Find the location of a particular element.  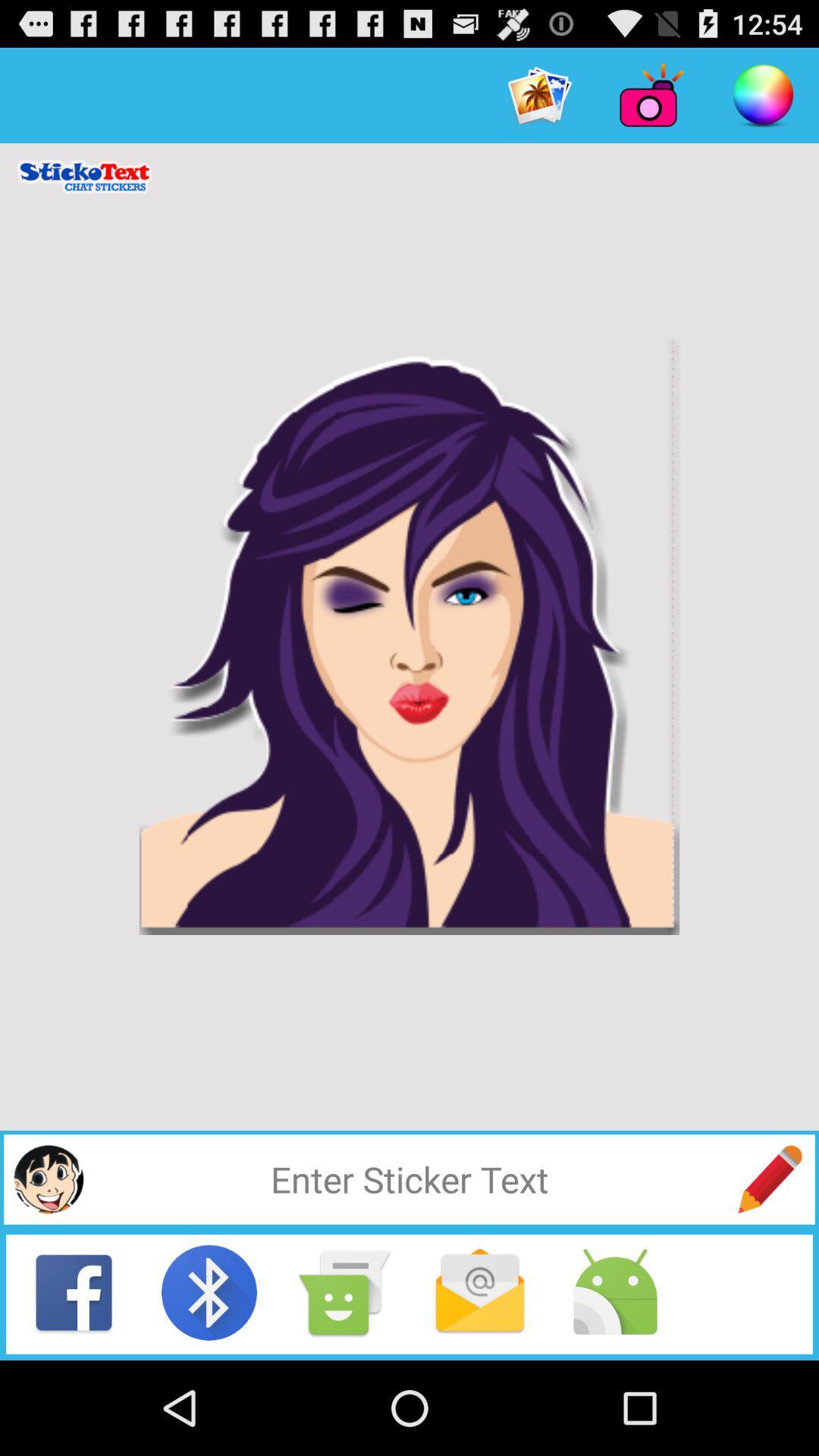

a copy is located at coordinates (344, 1291).